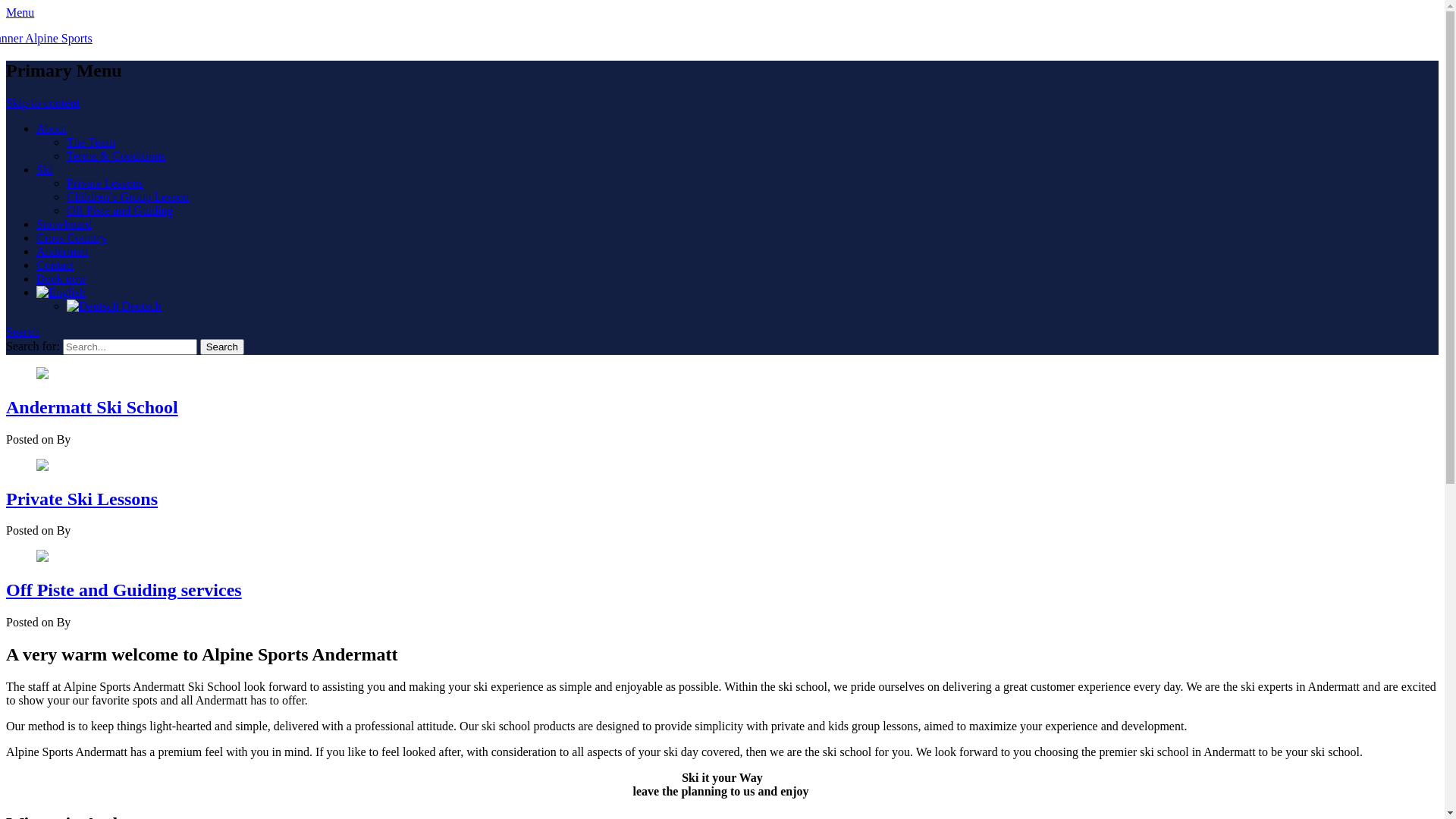 The image size is (1456, 819). What do you see at coordinates (65, 306) in the screenshot?
I see `' Deutsch'` at bounding box center [65, 306].